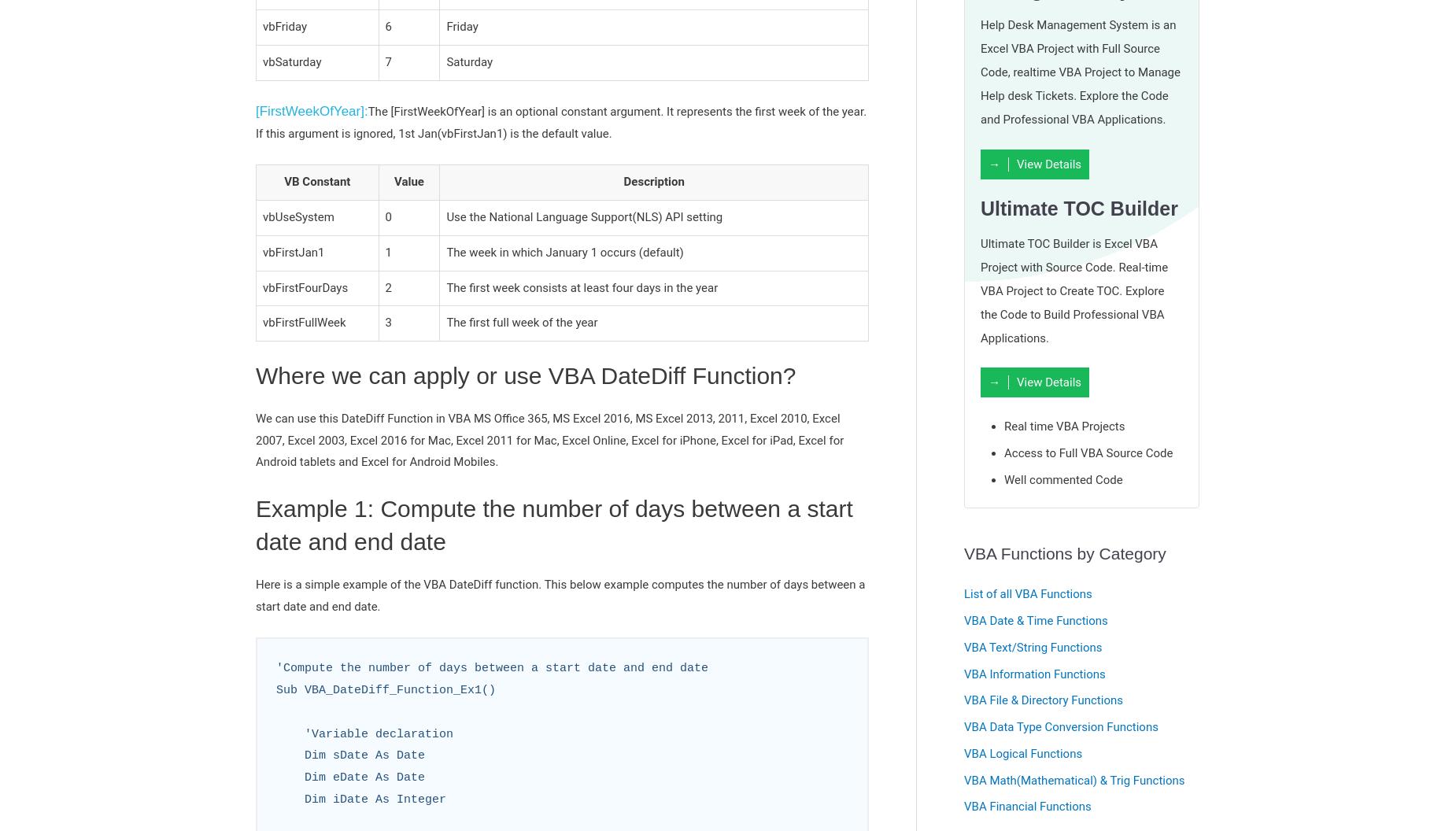 The height and width of the screenshot is (831, 1456). What do you see at coordinates (297, 216) in the screenshot?
I see `'vbUseSystem'` at bounding box center [297, 216].